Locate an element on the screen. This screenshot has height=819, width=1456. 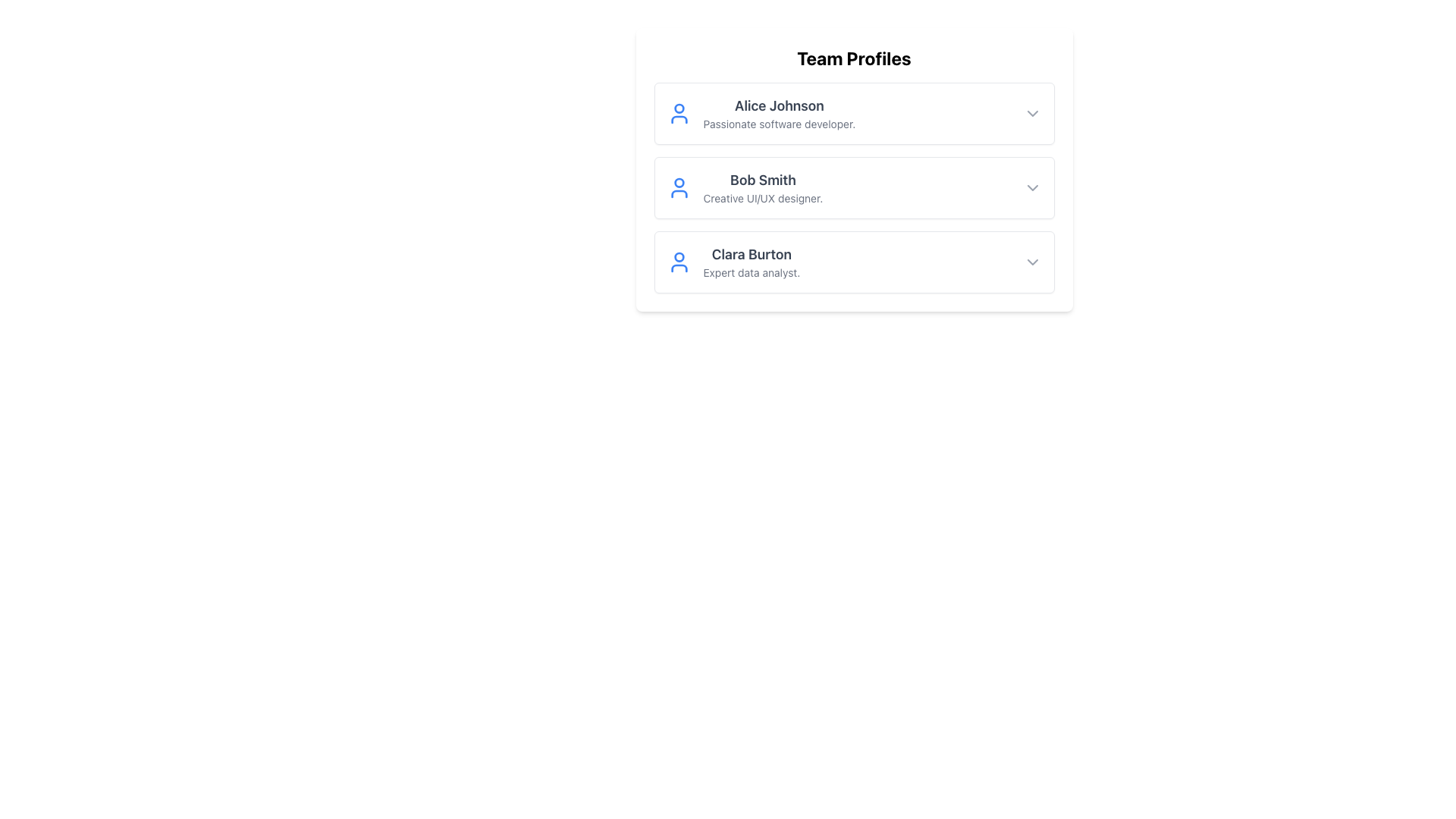
the Profile Card for the first team member, which displays the user's name and role in the 'Team Profiles' section is located at coordinates (761, 113).